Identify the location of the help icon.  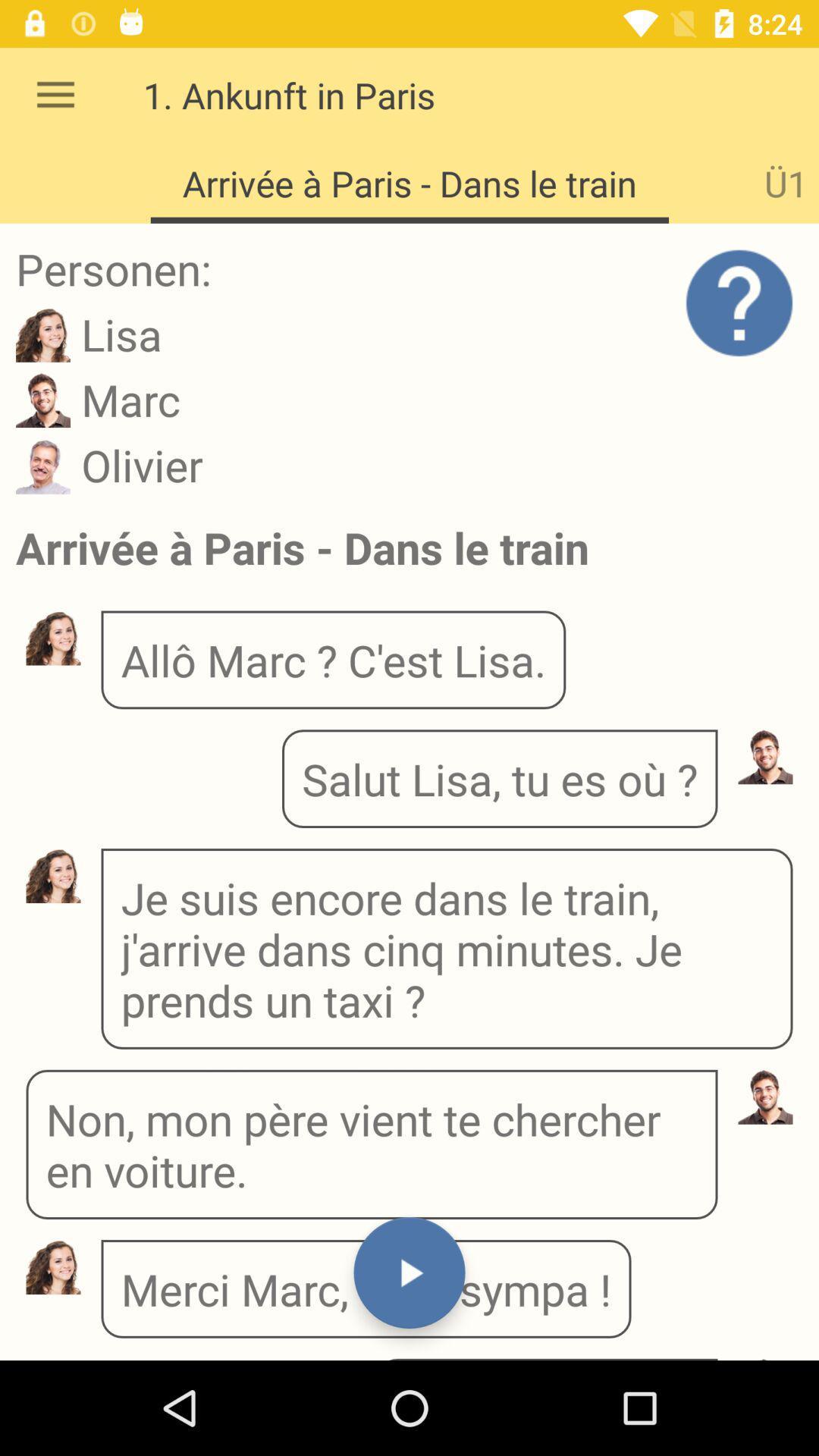
(739, 303).